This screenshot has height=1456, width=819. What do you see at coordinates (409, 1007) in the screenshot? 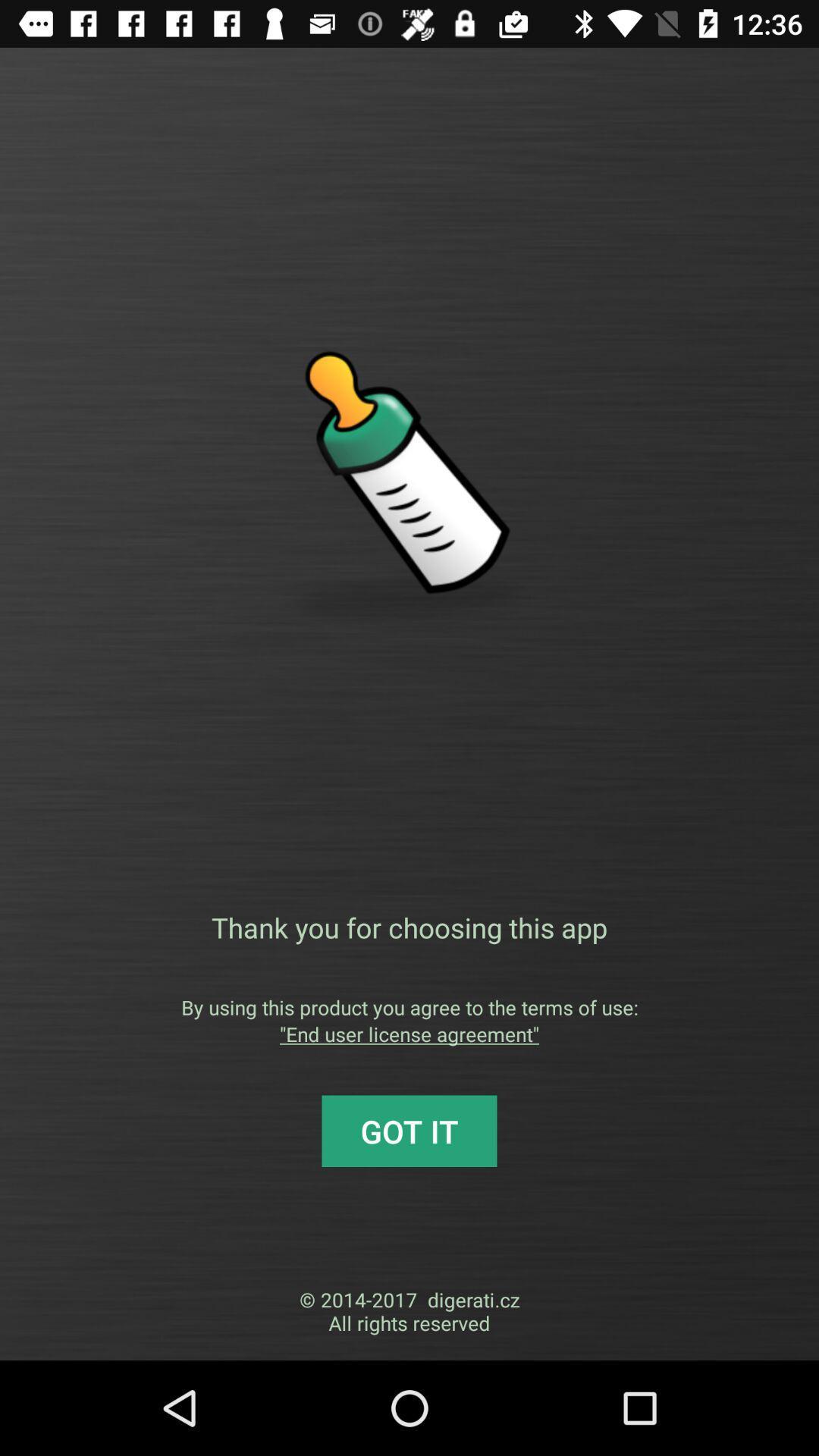
I see `the icon above end user license icon` at bounding box center [409, 1007].